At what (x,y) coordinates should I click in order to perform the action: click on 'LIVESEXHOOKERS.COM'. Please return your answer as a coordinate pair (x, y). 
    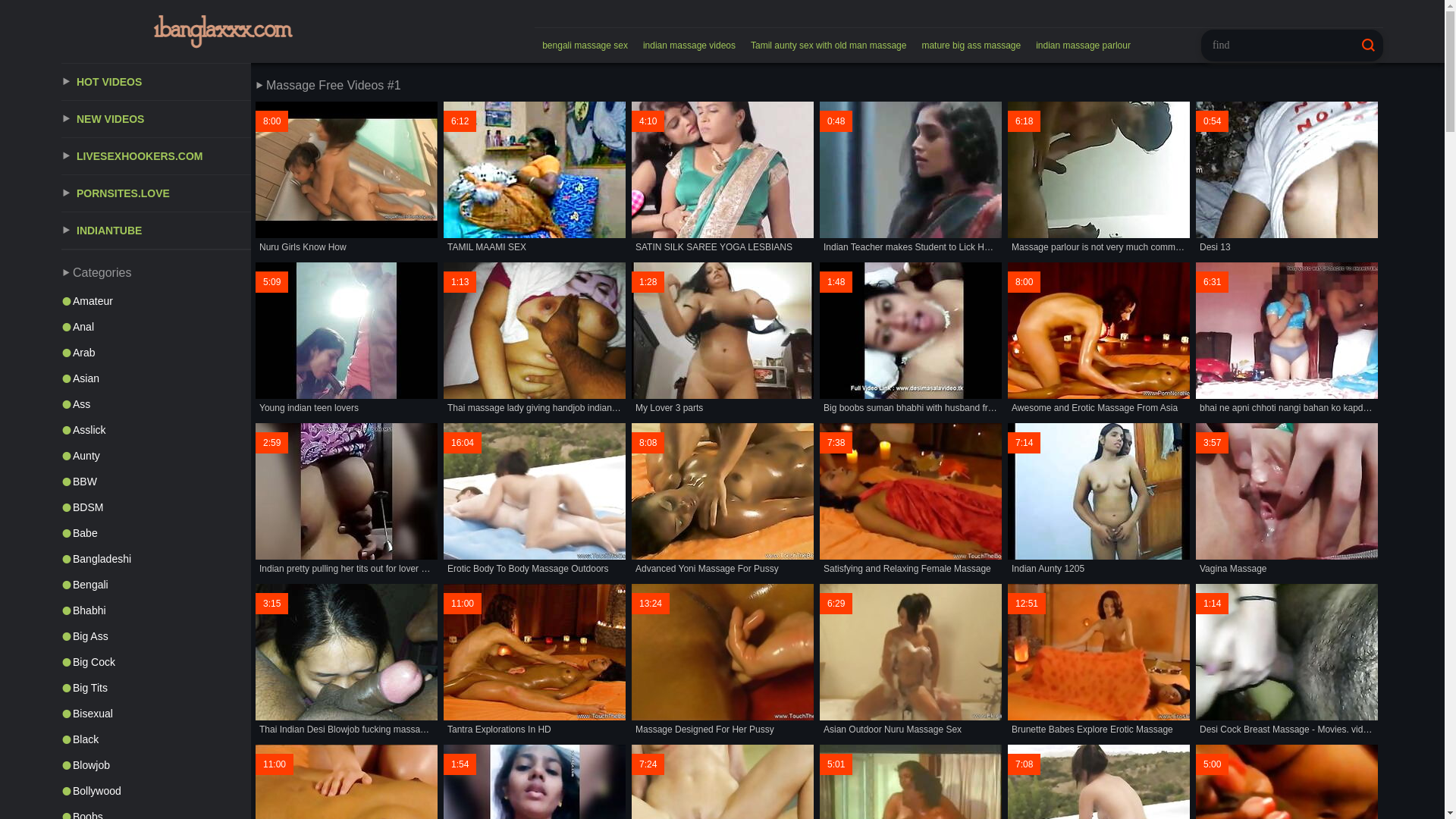
    Looking at the image, I should click on (156, 156).